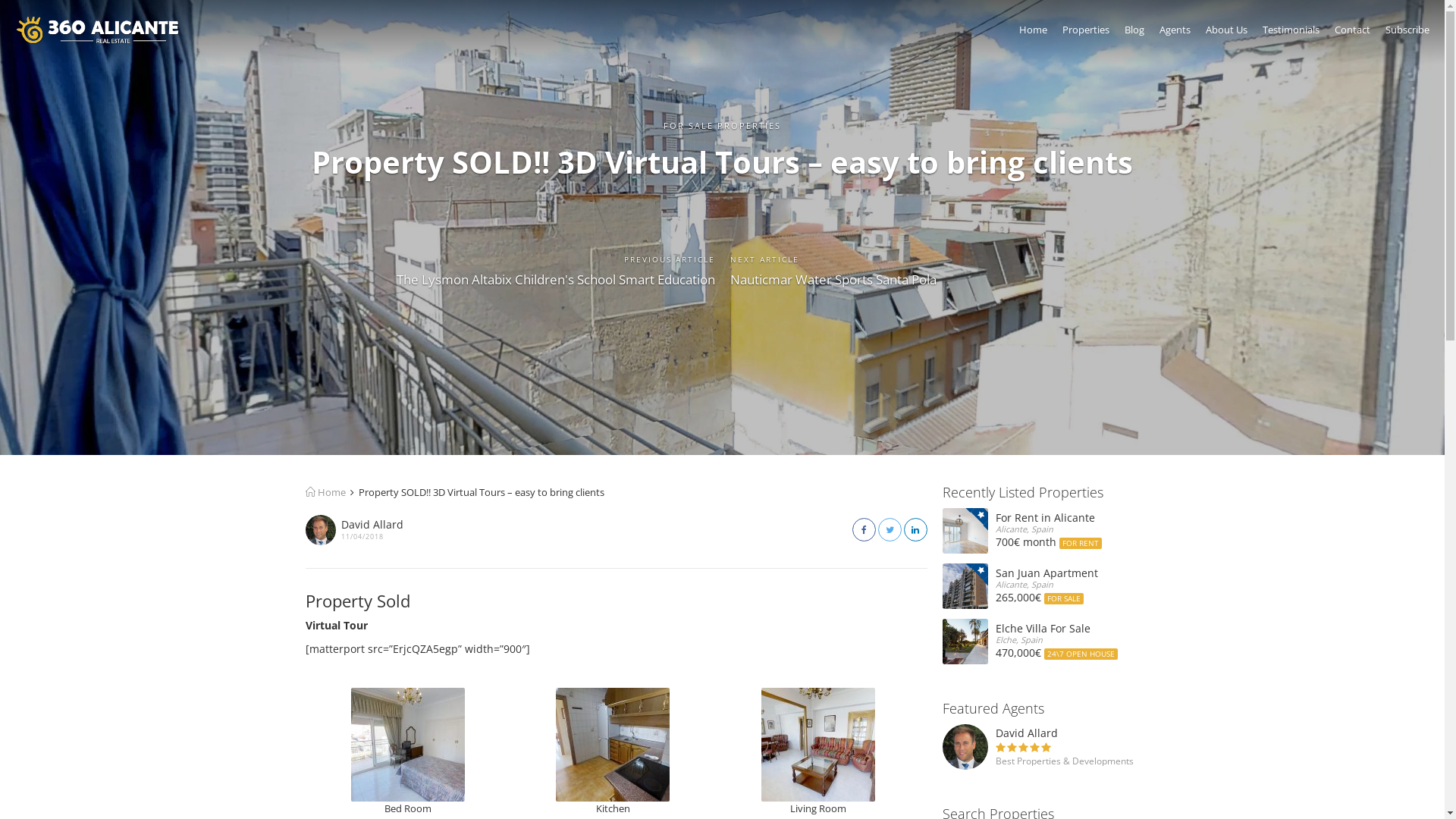 This screenshot has height=819, width=1456. Describe the element at coordinates (1019, 33) in the screenshot. I see `'Home'` at that location.